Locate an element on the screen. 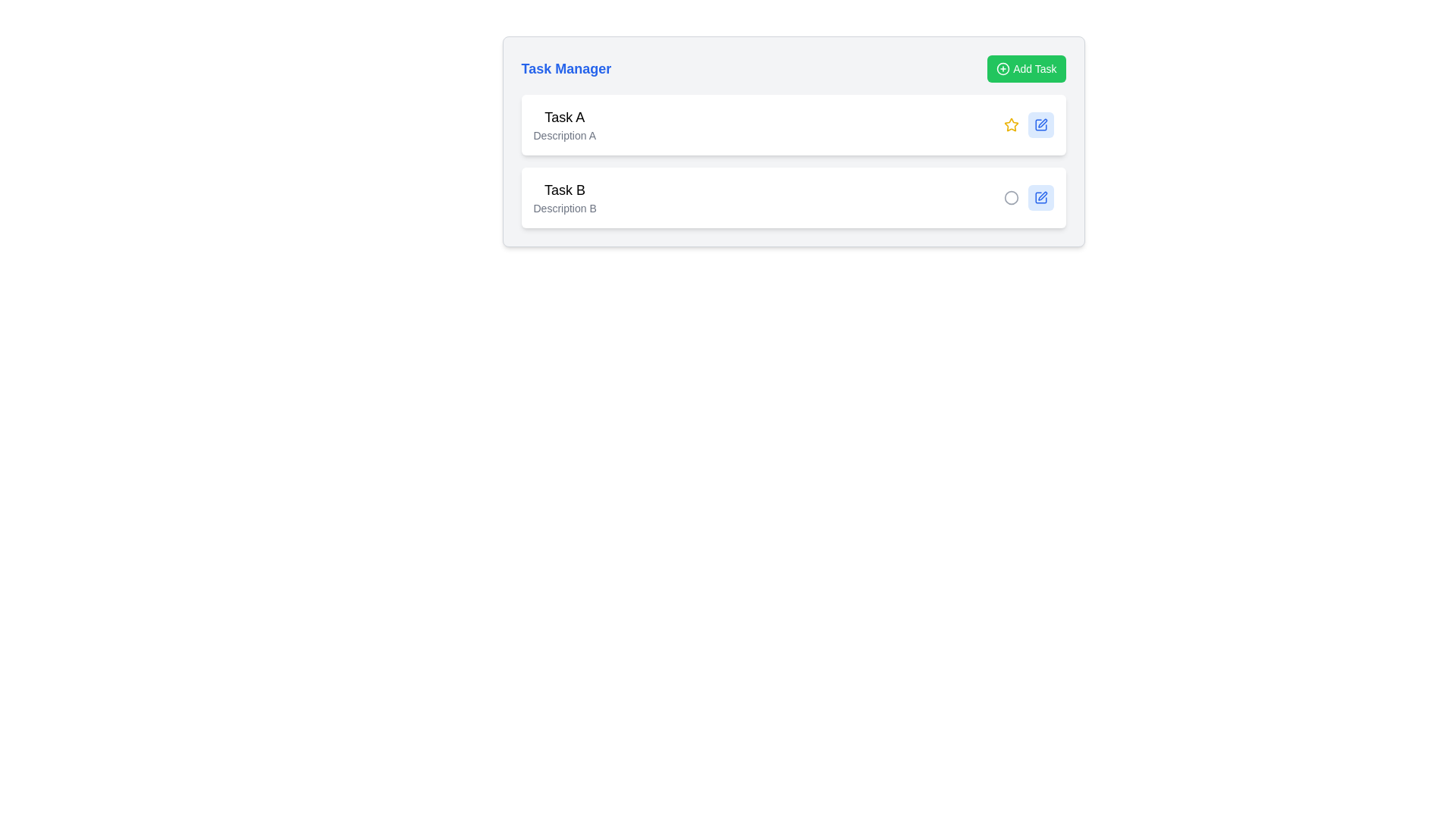 This screenshot has width=1456, height=819. the blue edit icon resembling a pen, located to the far right of the second task item, adjacent to a circular checkbox is located at coordinates (1040, 197).